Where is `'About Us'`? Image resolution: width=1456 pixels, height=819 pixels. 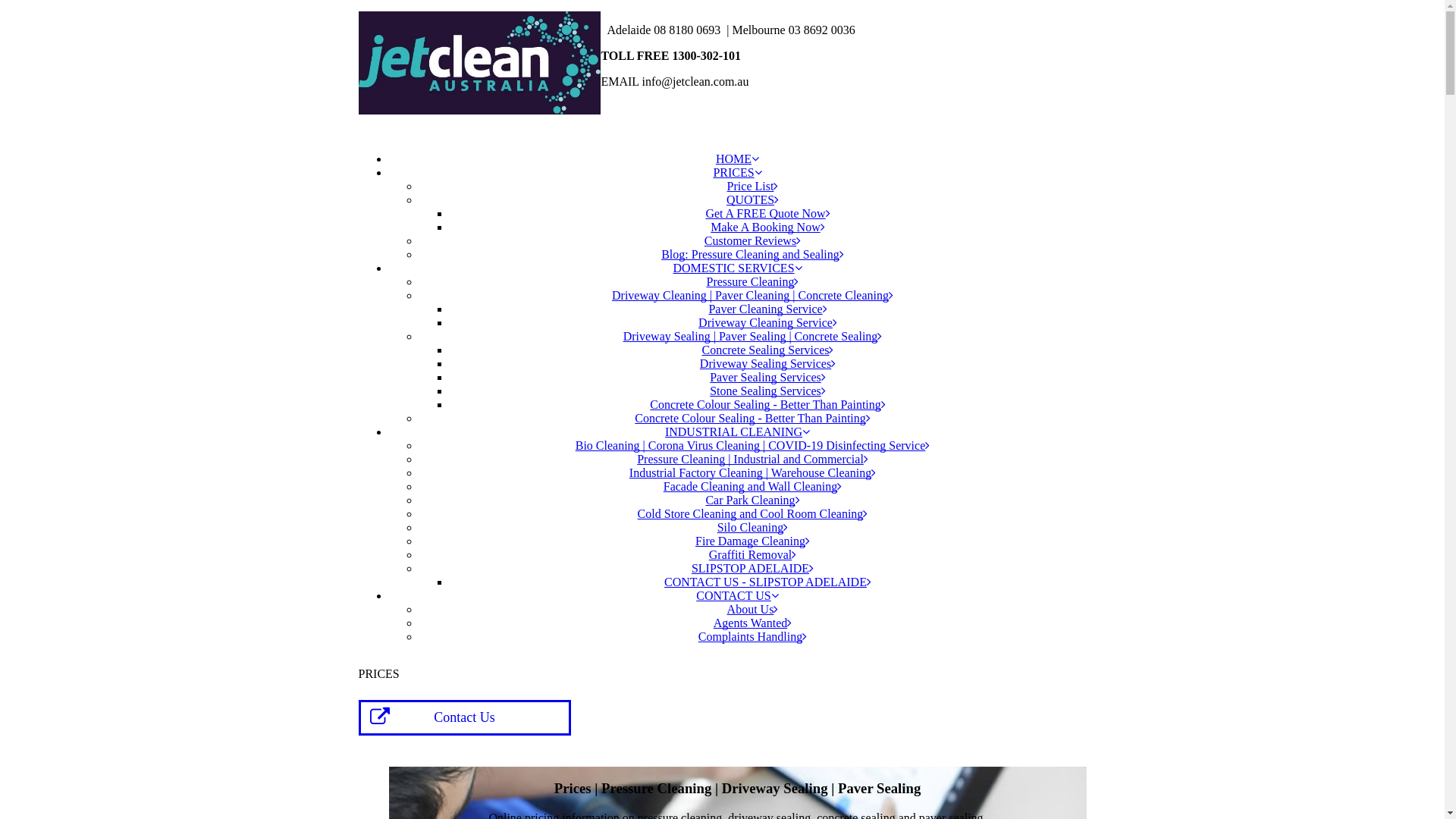 'About Us' is located at coordinates (753, 608).